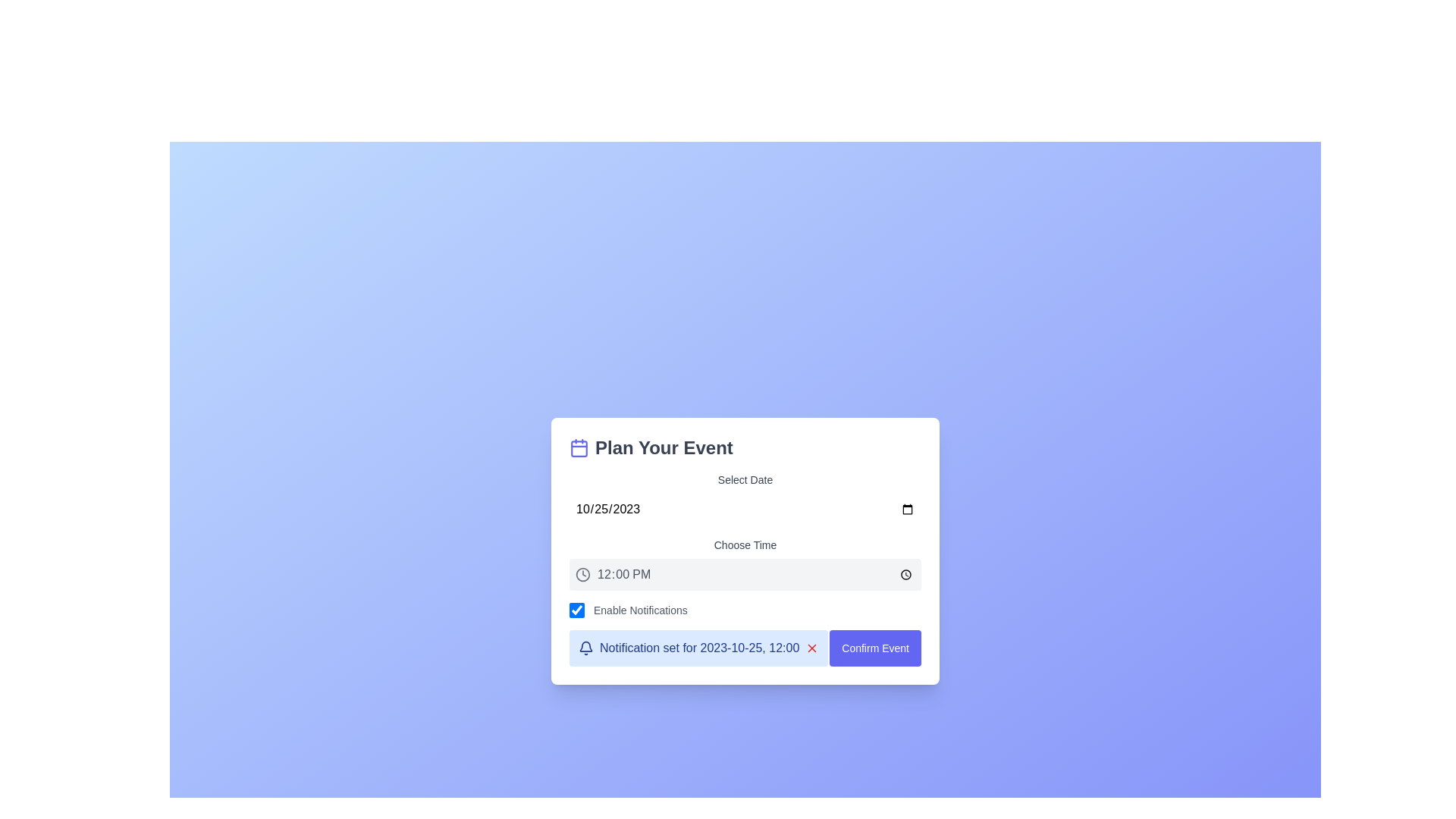 The height and width of the screenshot is (819, 1456). I want to click on the blue bell icon located in the notification bar, adjacent to the notification text 'Notification set for 2023-10-25, 12:00', so click(585, 648).